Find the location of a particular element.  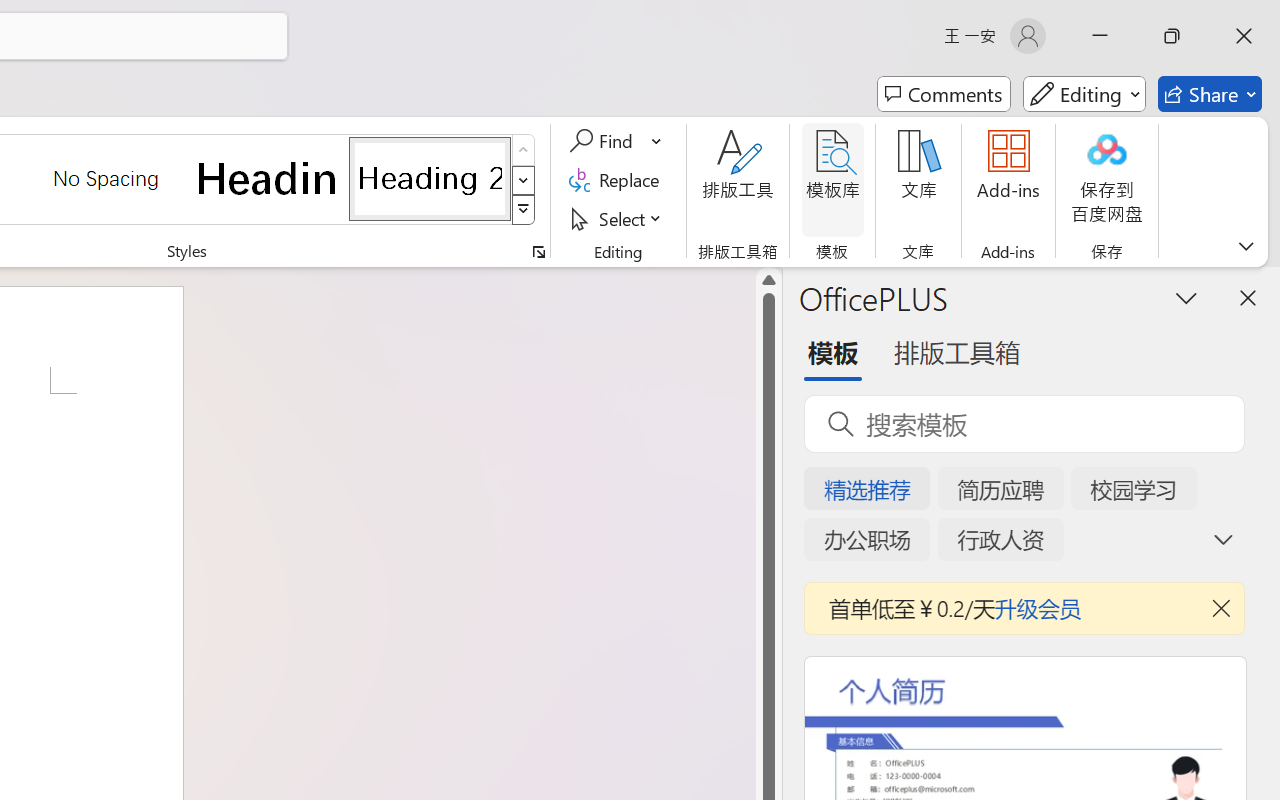

'Heading 1' is located at coordinates (267, 177).